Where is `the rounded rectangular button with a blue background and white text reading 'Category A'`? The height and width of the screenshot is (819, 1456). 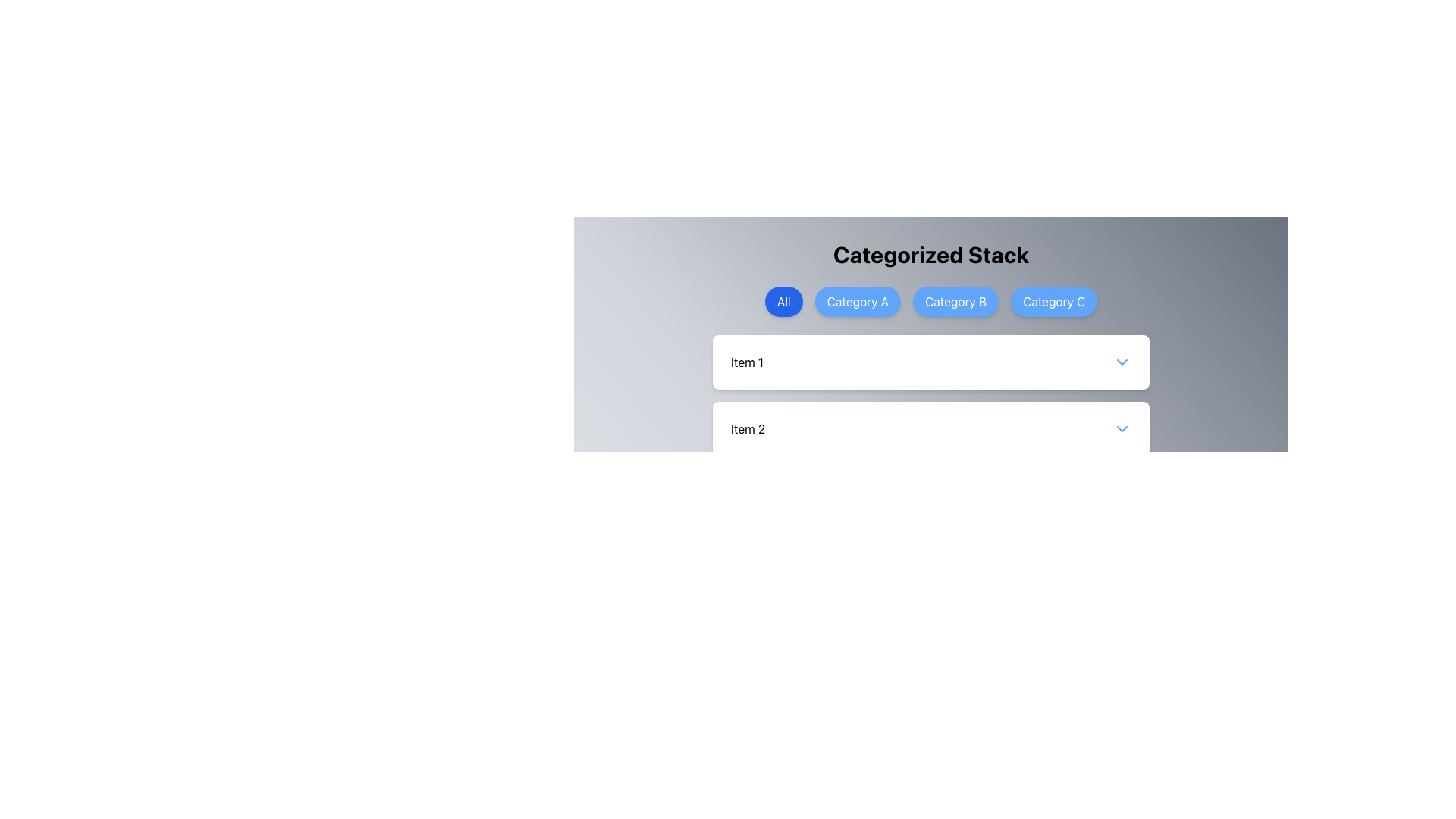 the rounded rectangular button with a blue background and white text reading 'Category A' is located at coordinates (858, 301).